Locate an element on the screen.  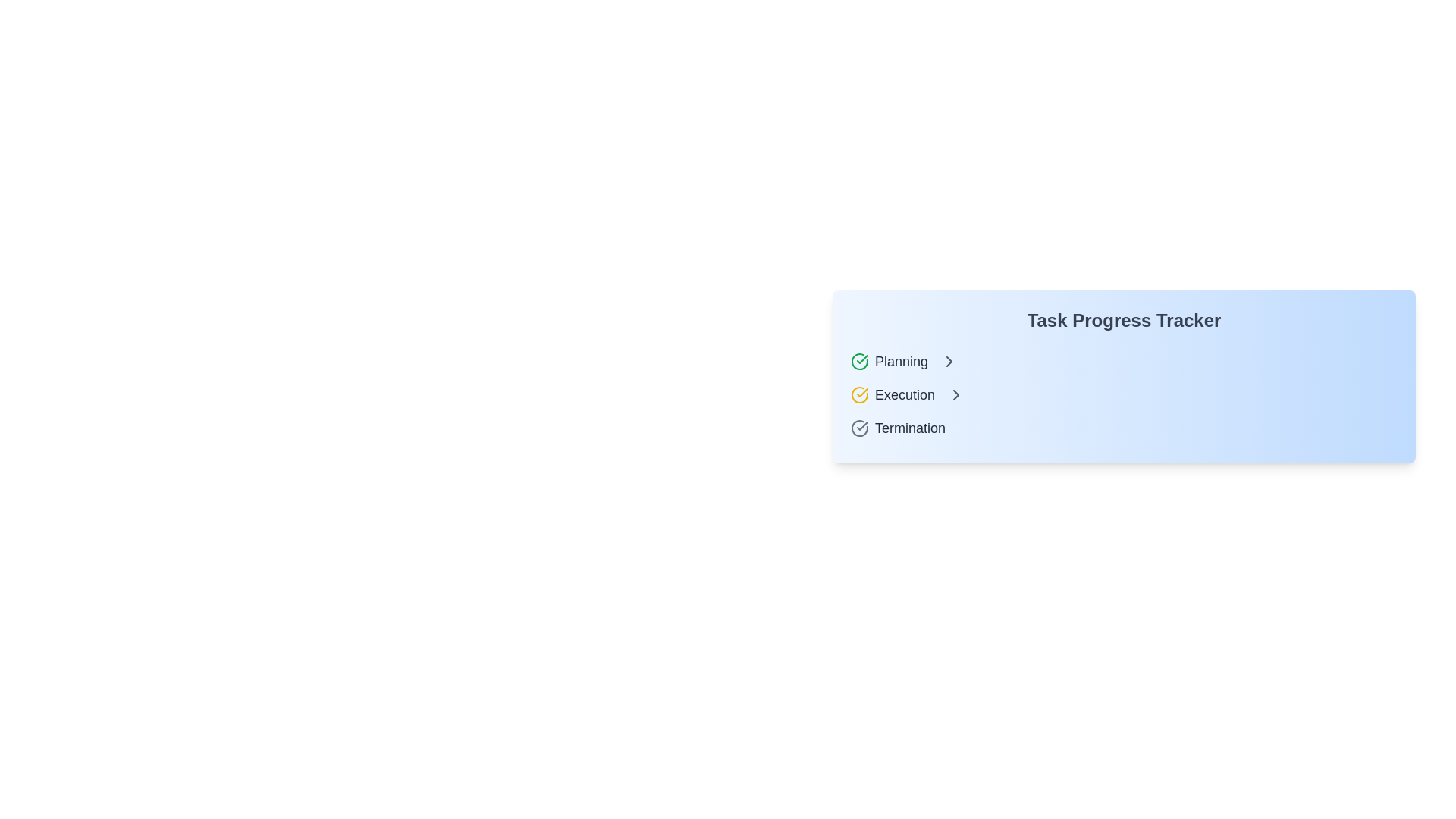
the arrow icon indicating that the 'Execution' stage can be expanded, located to the immediate right of the 'Execution' label in the task progress tracker interface is located at coordinates (955, 394).